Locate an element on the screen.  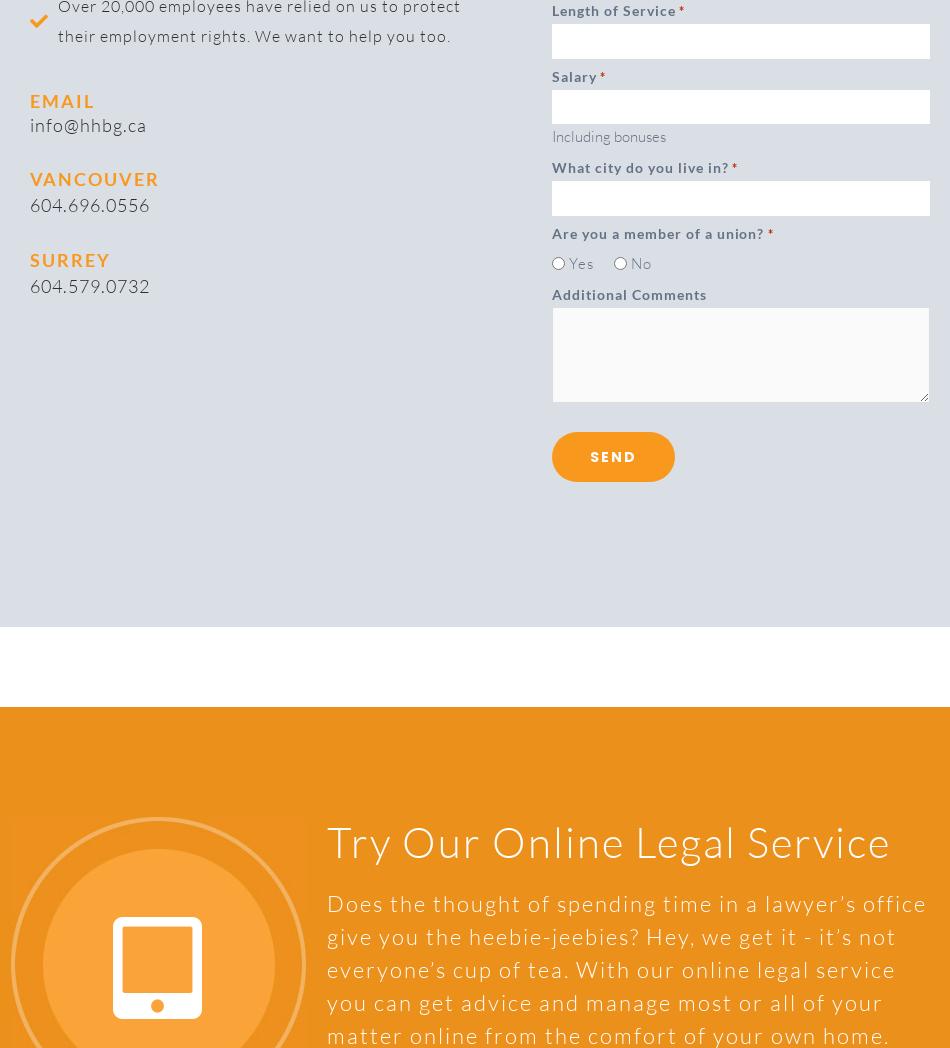
'Try Our Online Legal Service' is located at coordinates (325, 840).